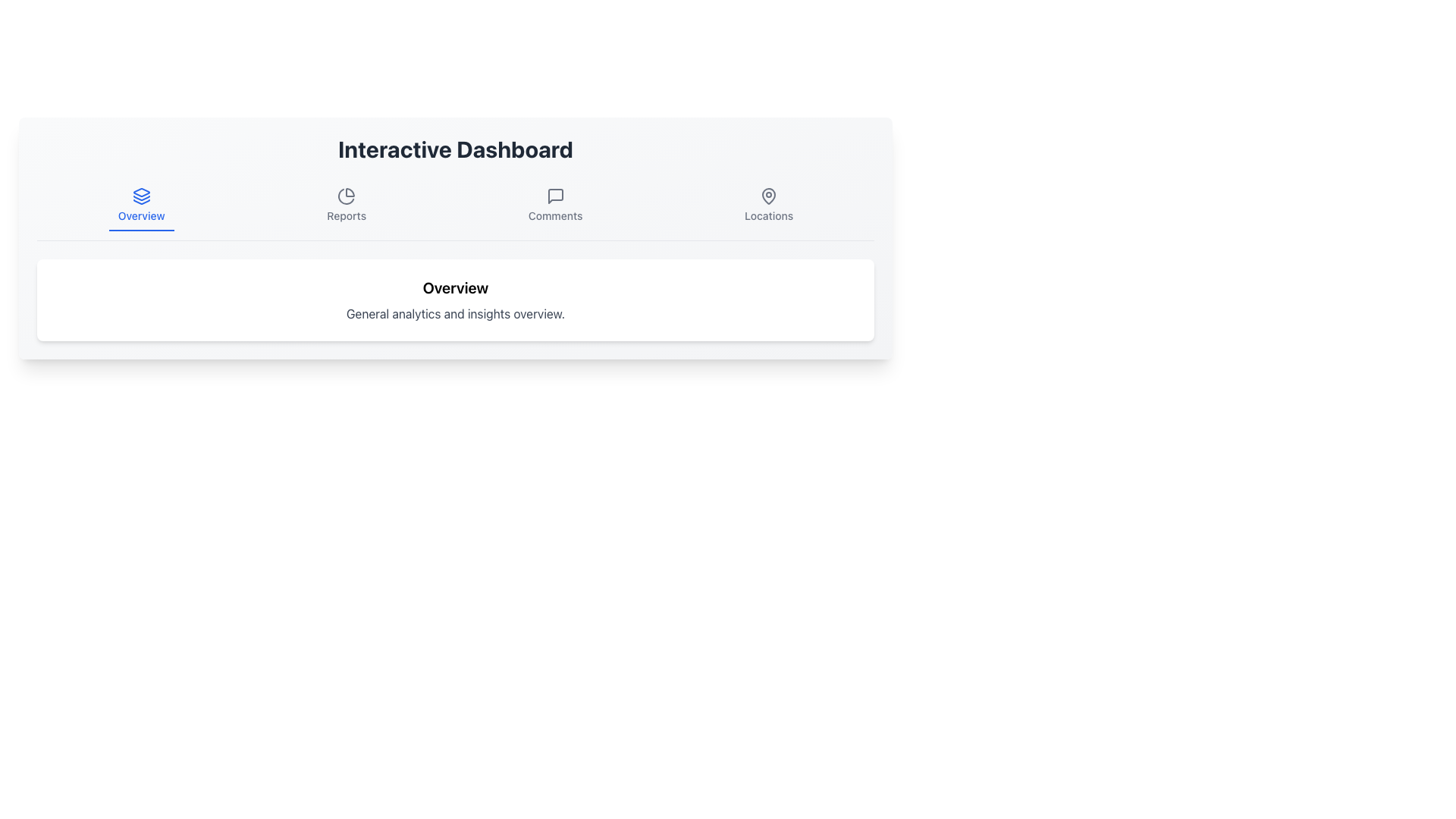 The width and height of the screenshot is (1456, 819). What do you see at coordinates (141, 216) in the screenshot?
I see `text of the 'Overview' label element, which indicates the title for the Overview section of the interface and is located beneath the stacked layers icon in the navigation bar` at bounding box center [141, 216].